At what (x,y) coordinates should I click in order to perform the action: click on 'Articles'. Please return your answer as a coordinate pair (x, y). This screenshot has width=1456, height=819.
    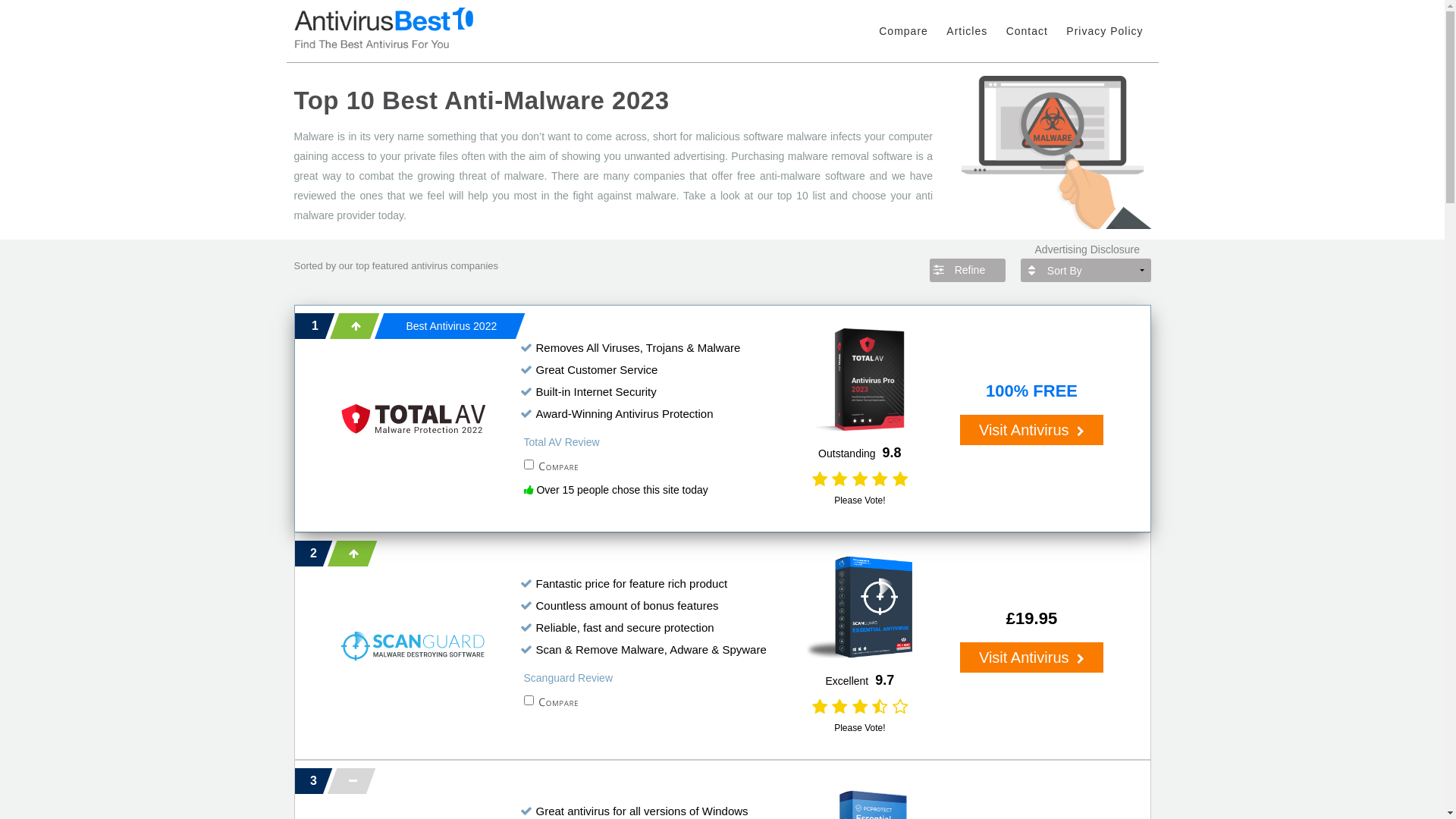
    Looking at the image, I should click on (938, 37).